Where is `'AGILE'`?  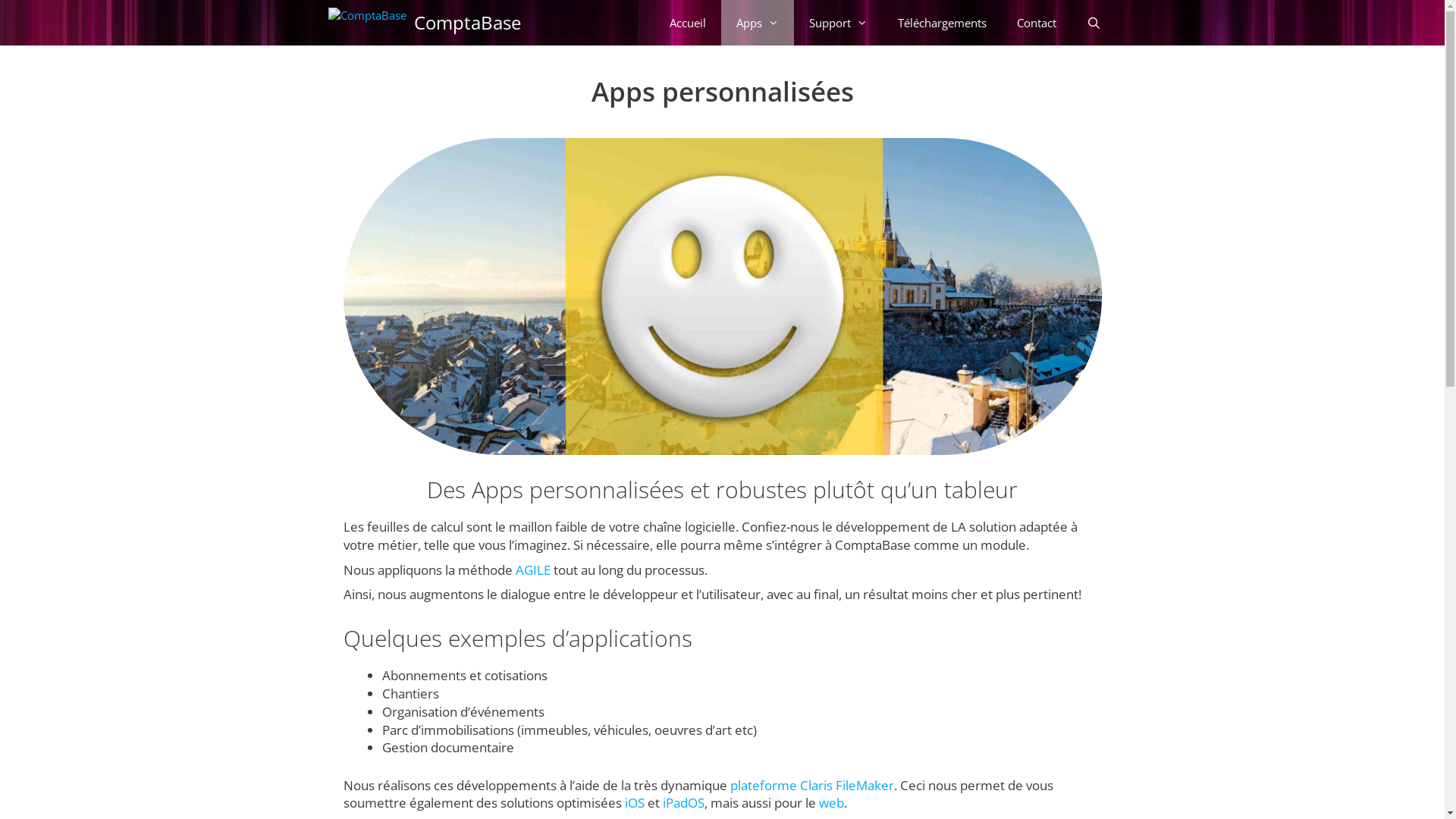 'AGILE' is located at coordinates (532, 570).